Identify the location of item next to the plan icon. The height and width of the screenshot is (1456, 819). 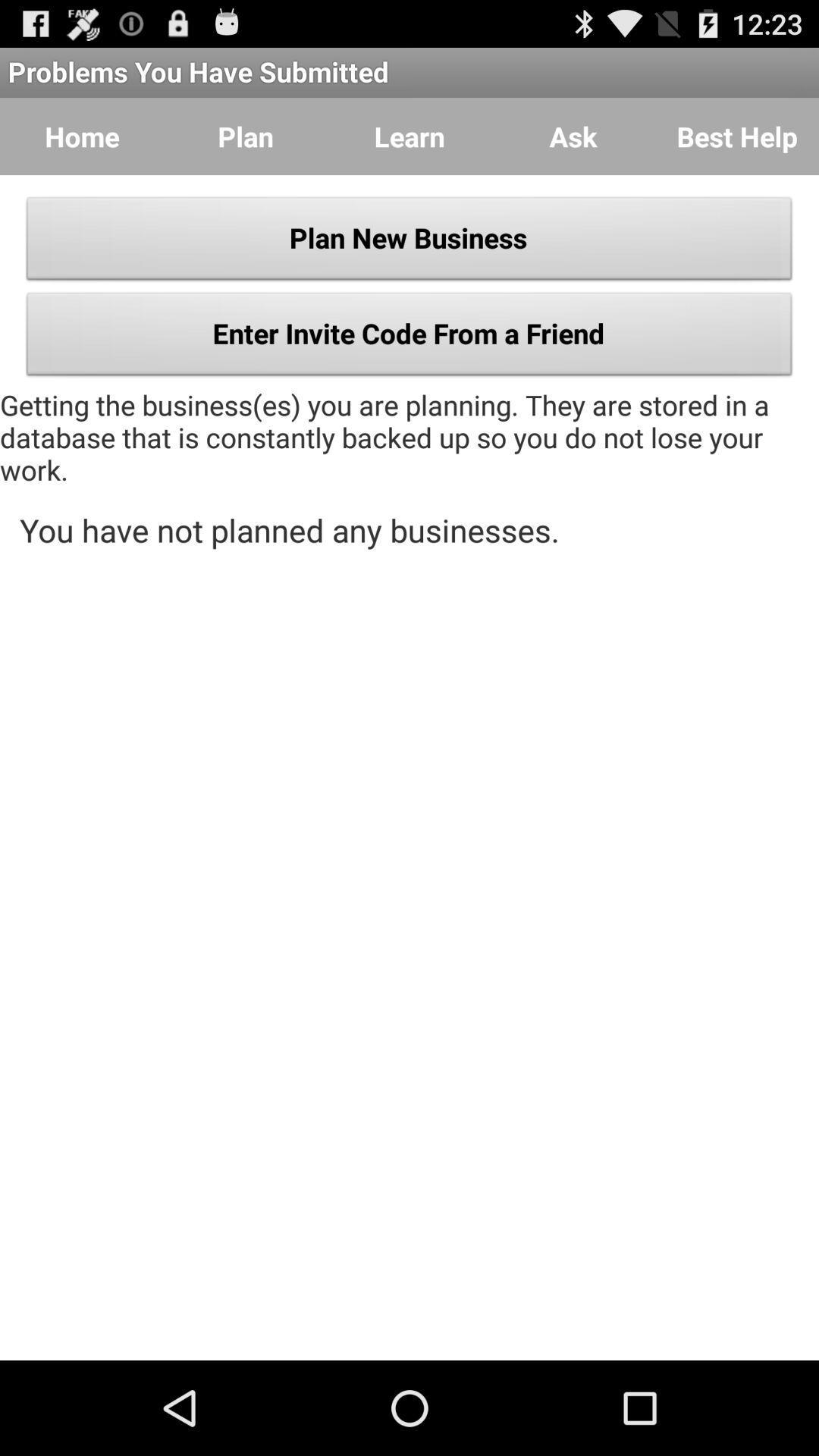
(409, 136).